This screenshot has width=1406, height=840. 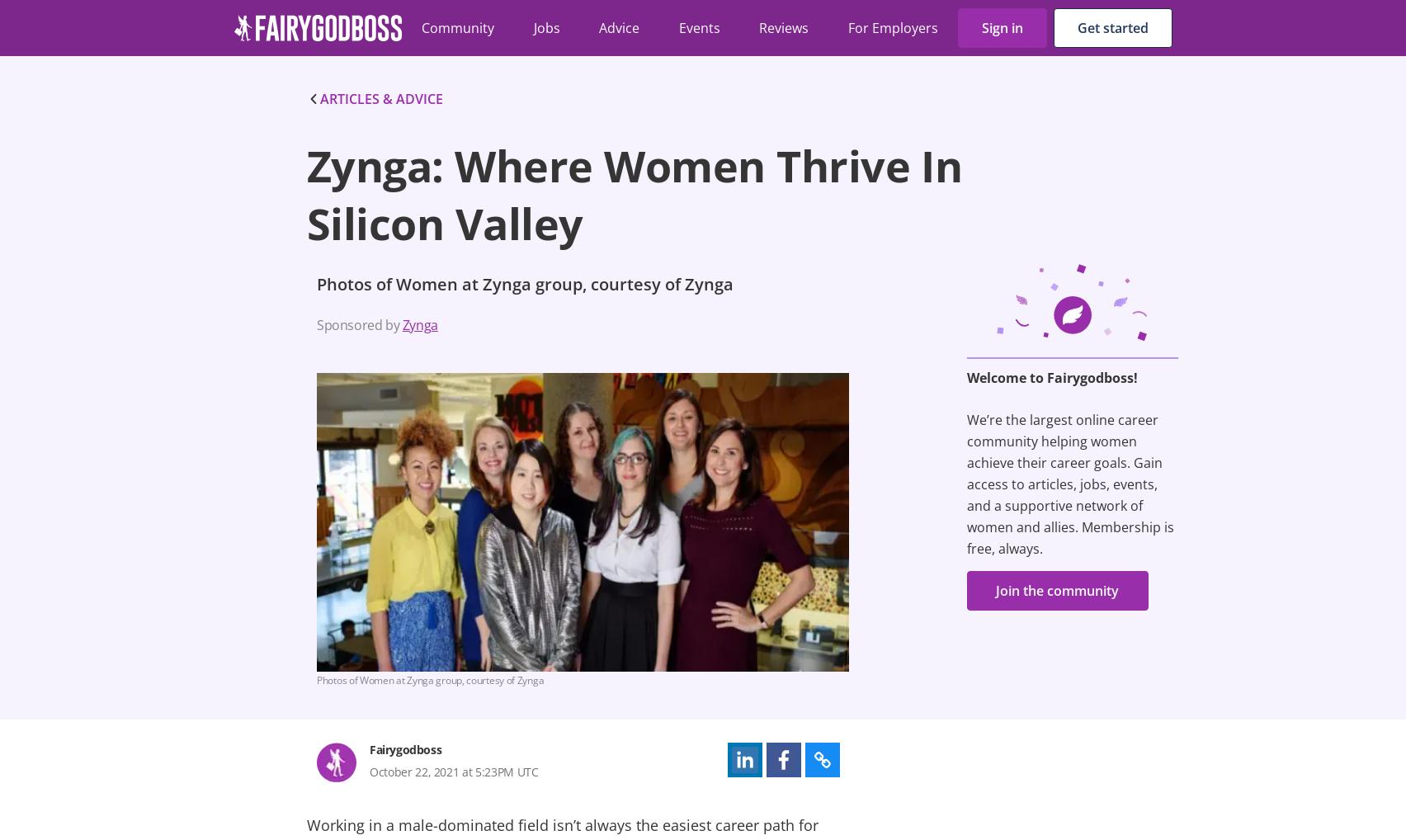 I want to click on 'ARTICLES & ADVICE', so click(x=381, y=98).